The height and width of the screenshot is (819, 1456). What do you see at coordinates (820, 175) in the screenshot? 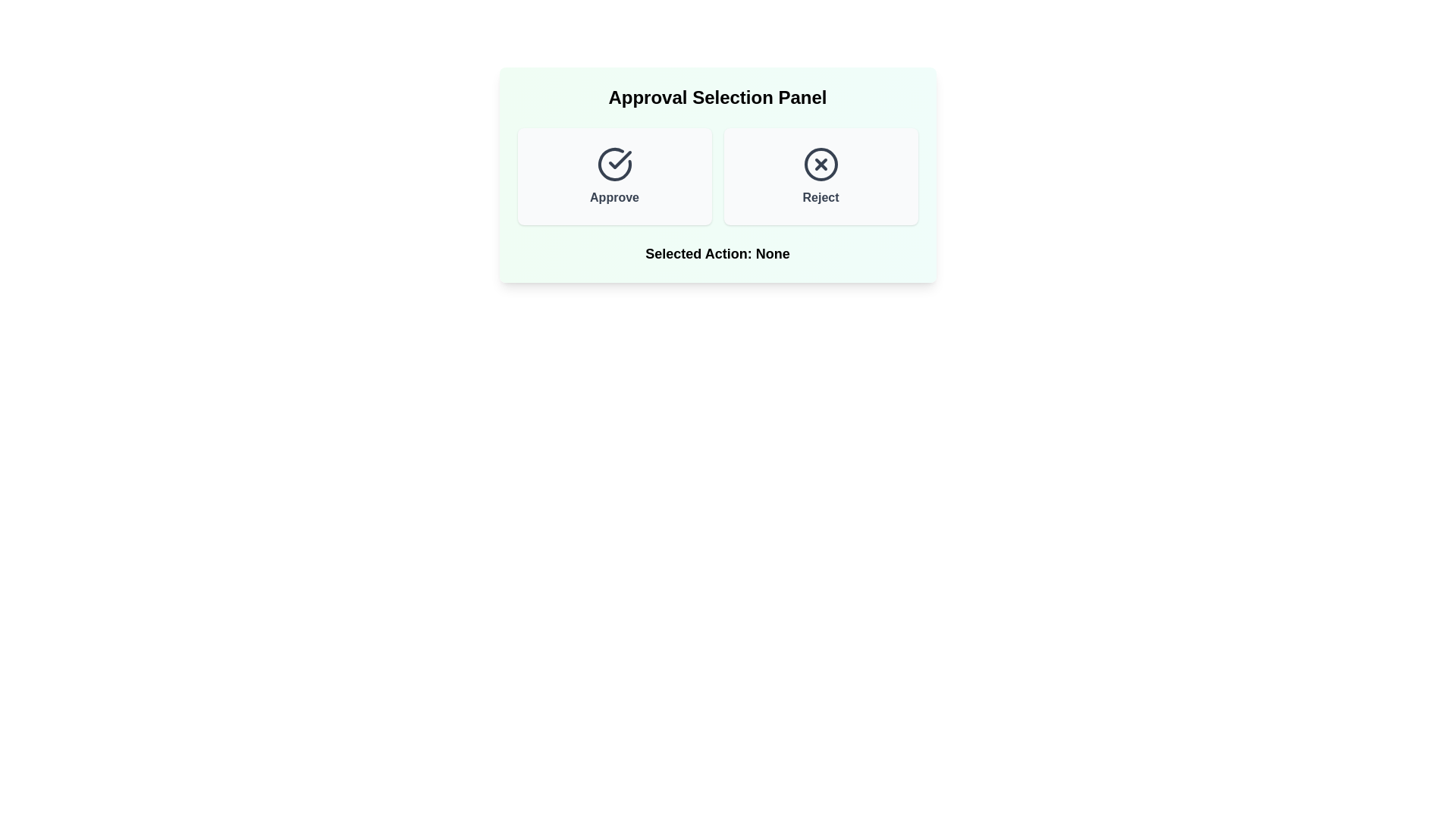
I see `'Reject' button to select rejection` at bounding box center [820, 175].